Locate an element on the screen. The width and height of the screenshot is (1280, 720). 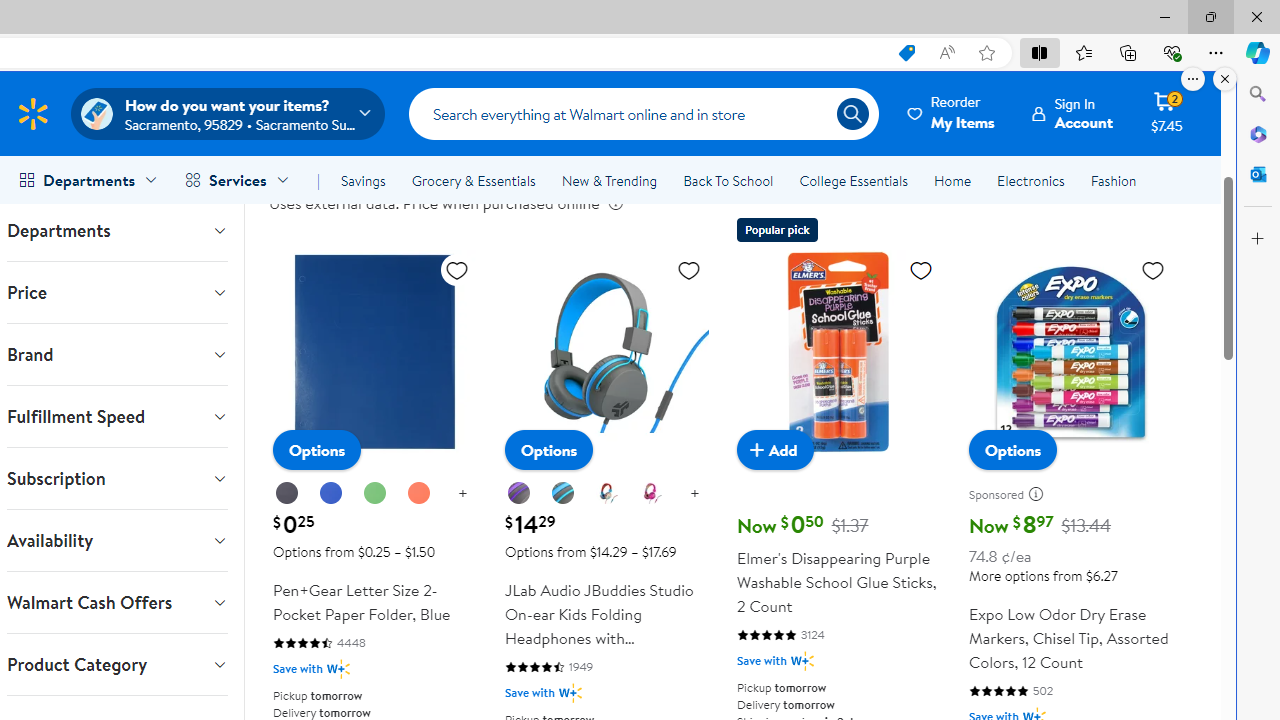
'College Essentials' is located at coordinates (853, 181).